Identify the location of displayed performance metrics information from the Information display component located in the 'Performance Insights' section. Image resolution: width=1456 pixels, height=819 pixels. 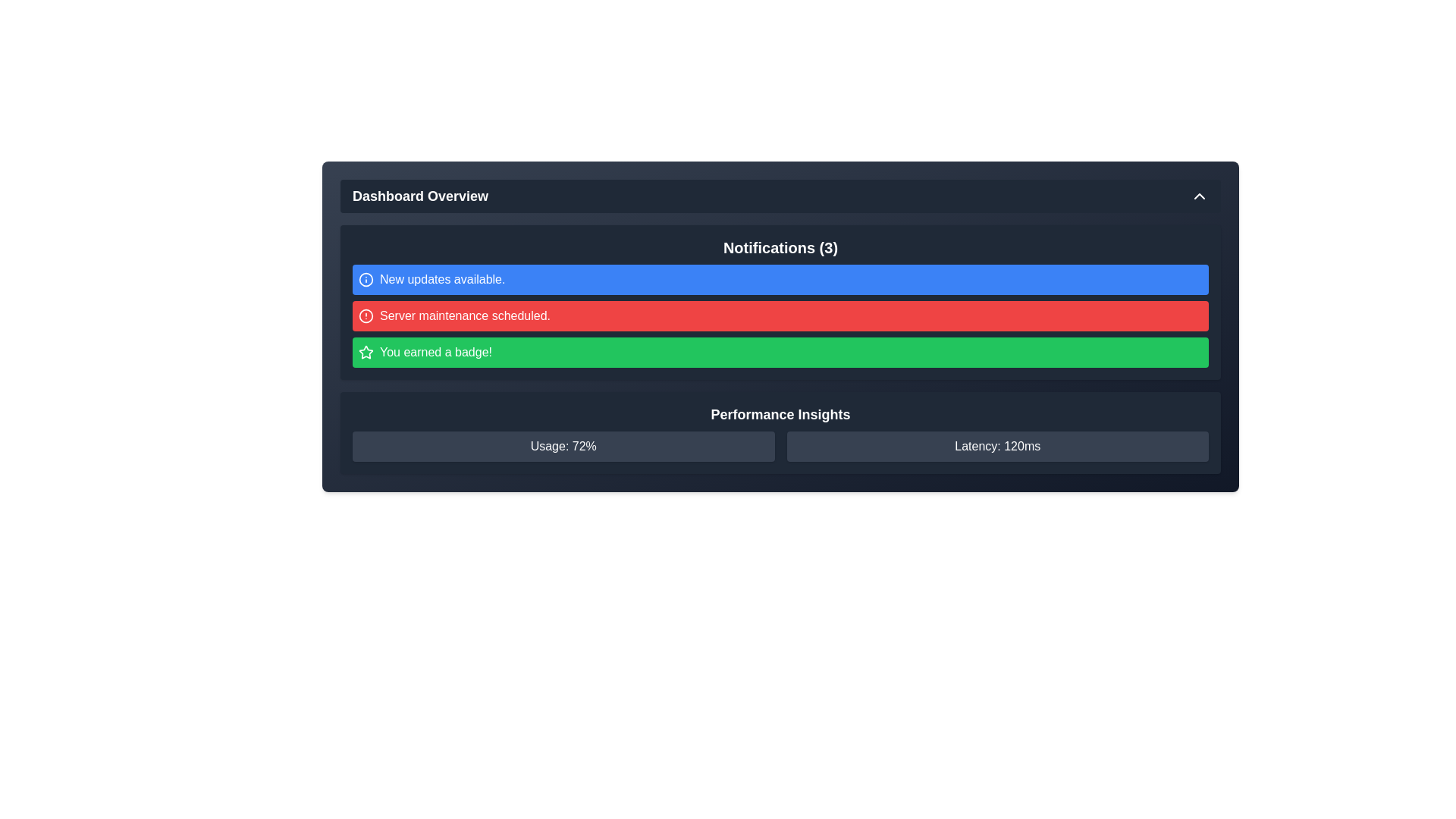
(780, 446).